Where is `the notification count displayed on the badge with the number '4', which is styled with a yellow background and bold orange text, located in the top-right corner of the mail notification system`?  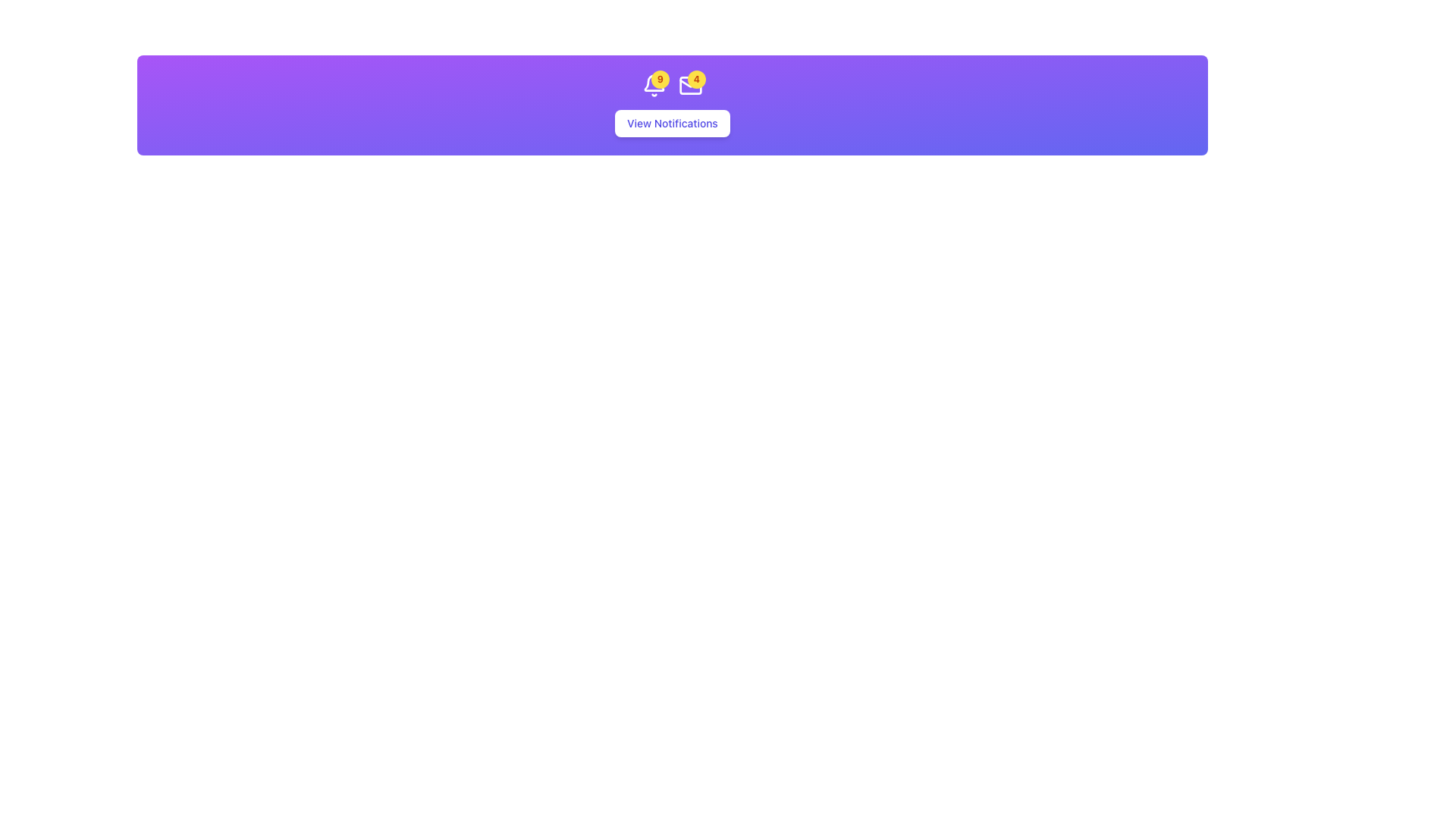
the notification count displayed on the badge with the number '4', which is styled with a yellow background and bold orange text, located in the top-right corner of the mail notification system is located at coordinates (695, 79).